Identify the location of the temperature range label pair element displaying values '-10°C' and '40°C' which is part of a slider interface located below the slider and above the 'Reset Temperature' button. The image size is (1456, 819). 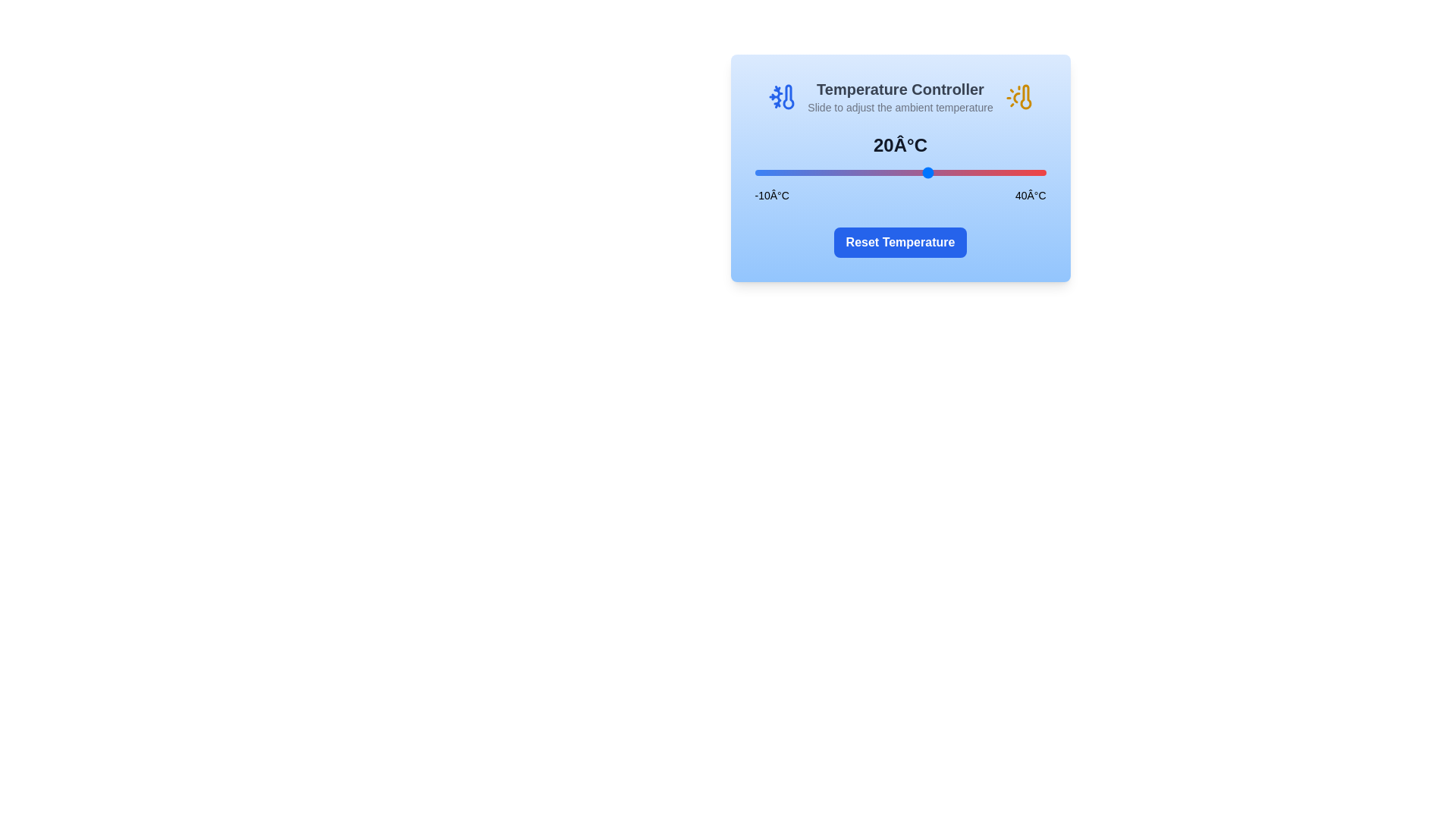
(900, 195).